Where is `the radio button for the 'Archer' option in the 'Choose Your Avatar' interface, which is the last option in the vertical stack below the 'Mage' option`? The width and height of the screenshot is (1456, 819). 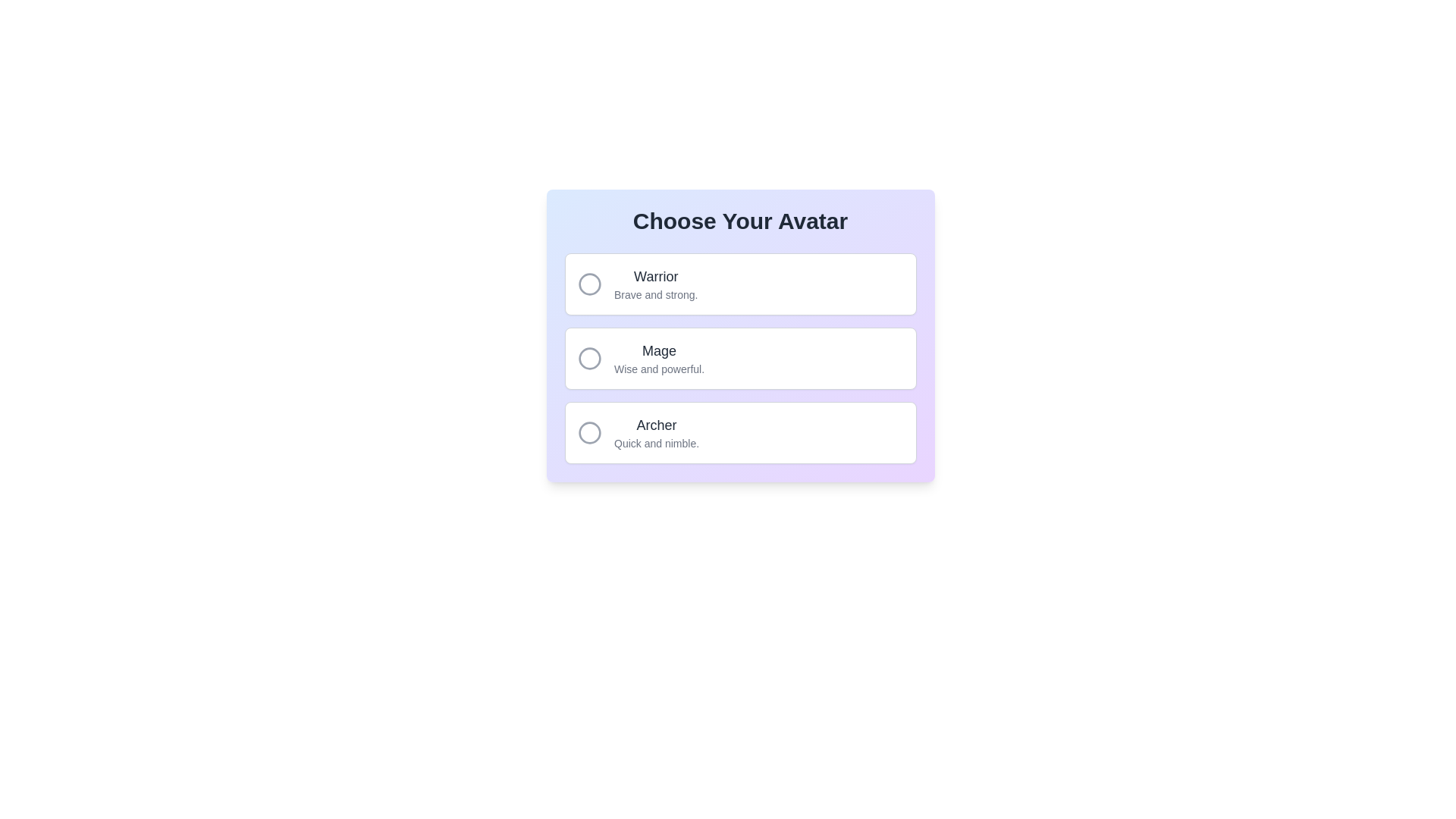 the radio button for the 'Archer' option in the 'Choose Your Avatar' interface, which is the last option in the vertical stack below the 'Mage' option is located at coordinates (588, 432).